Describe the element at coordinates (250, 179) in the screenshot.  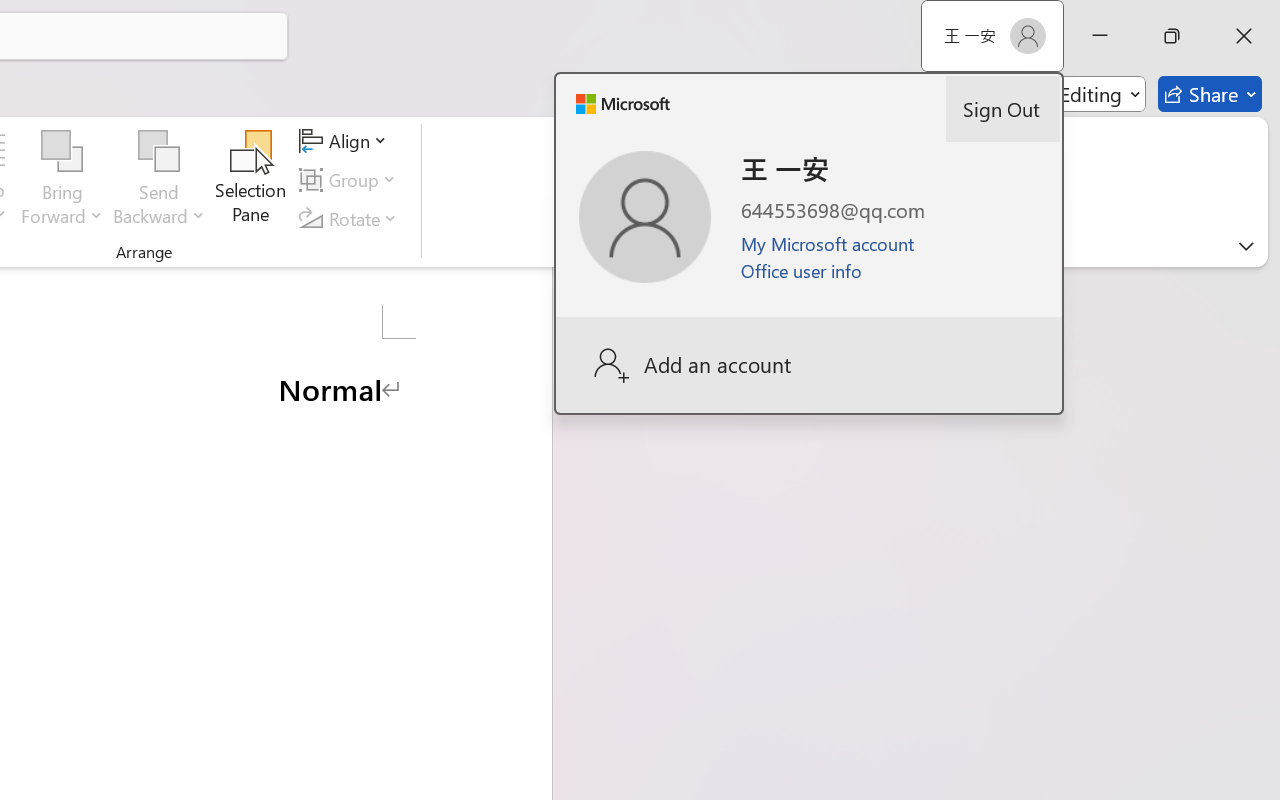
I see `'Selection Pane...'` at that location.